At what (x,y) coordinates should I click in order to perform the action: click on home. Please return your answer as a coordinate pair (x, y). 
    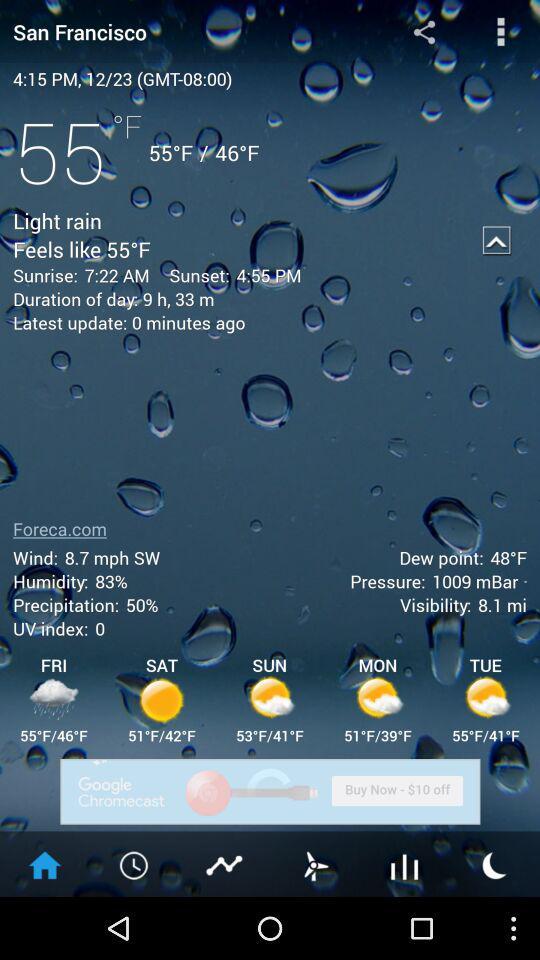
    Looking at the image, I should click on (44, 863).